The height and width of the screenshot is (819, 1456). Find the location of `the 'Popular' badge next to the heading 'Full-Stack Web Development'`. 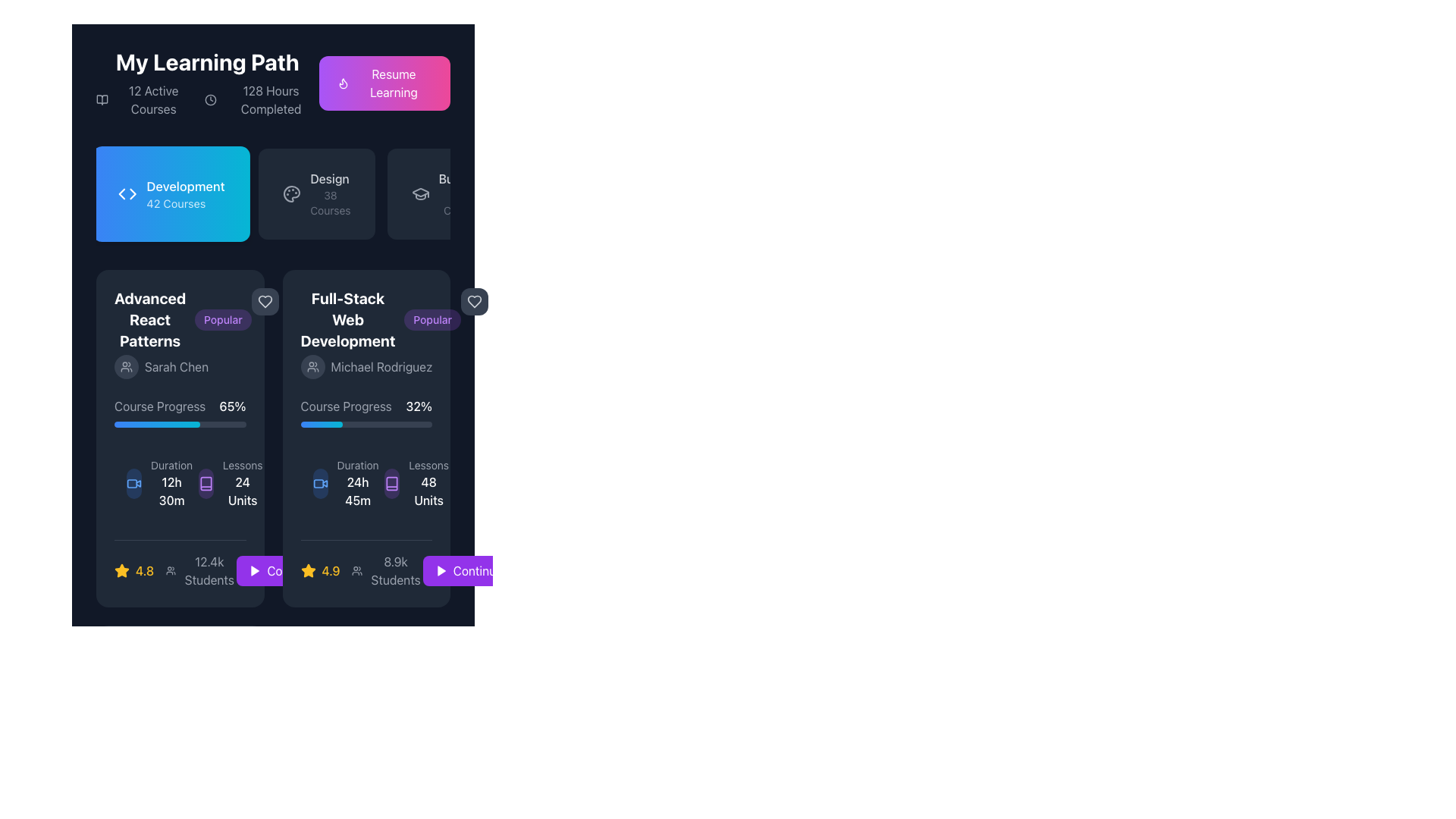

the 'Popular' badge next to the heading 'Full-Stack Web Development' is located at coordinates (381, 332).